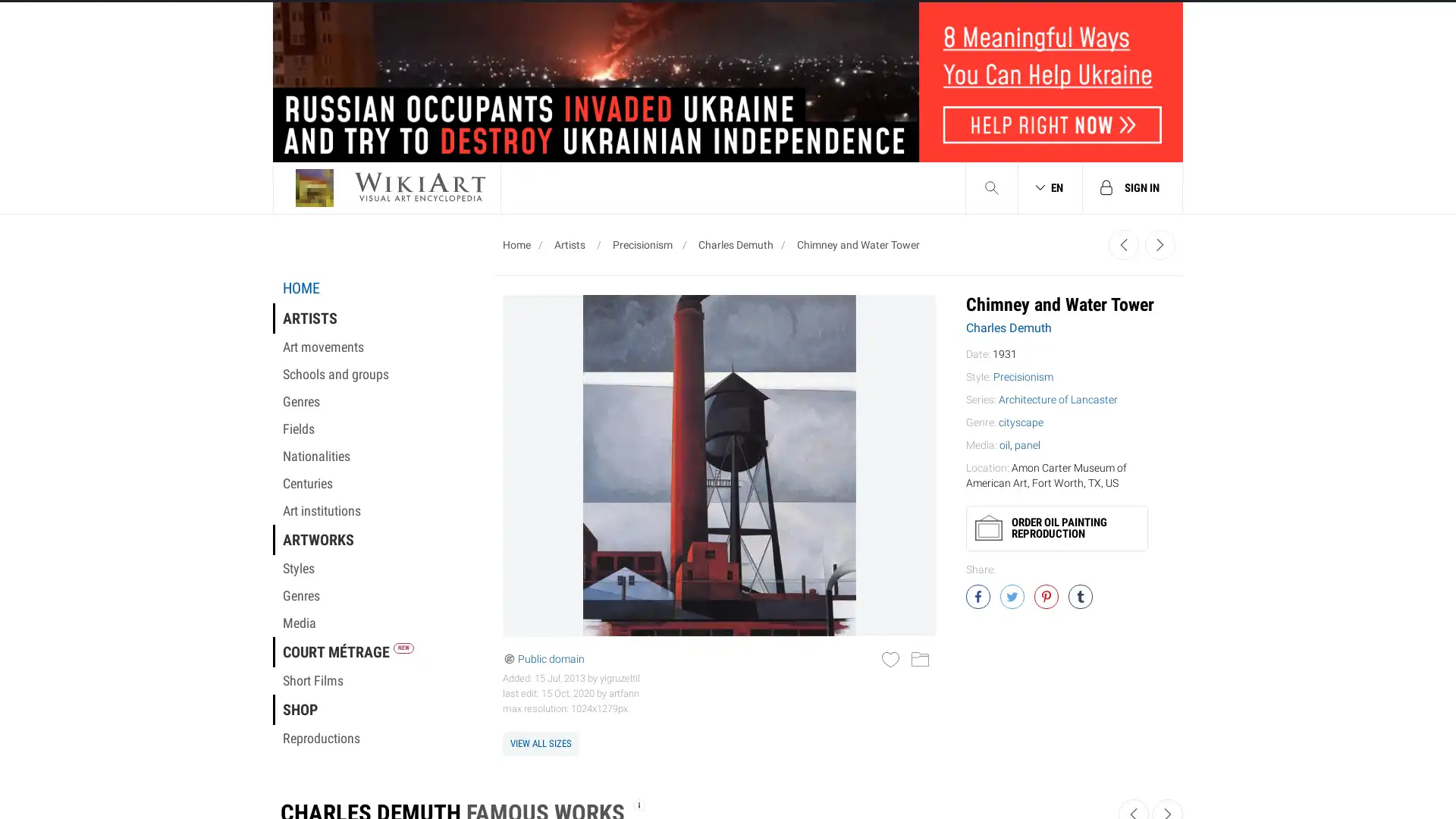  Describe the element at coordinates (575, 362) in the screenshot. I see `Yes, I want to hook this coupon!` at that location.